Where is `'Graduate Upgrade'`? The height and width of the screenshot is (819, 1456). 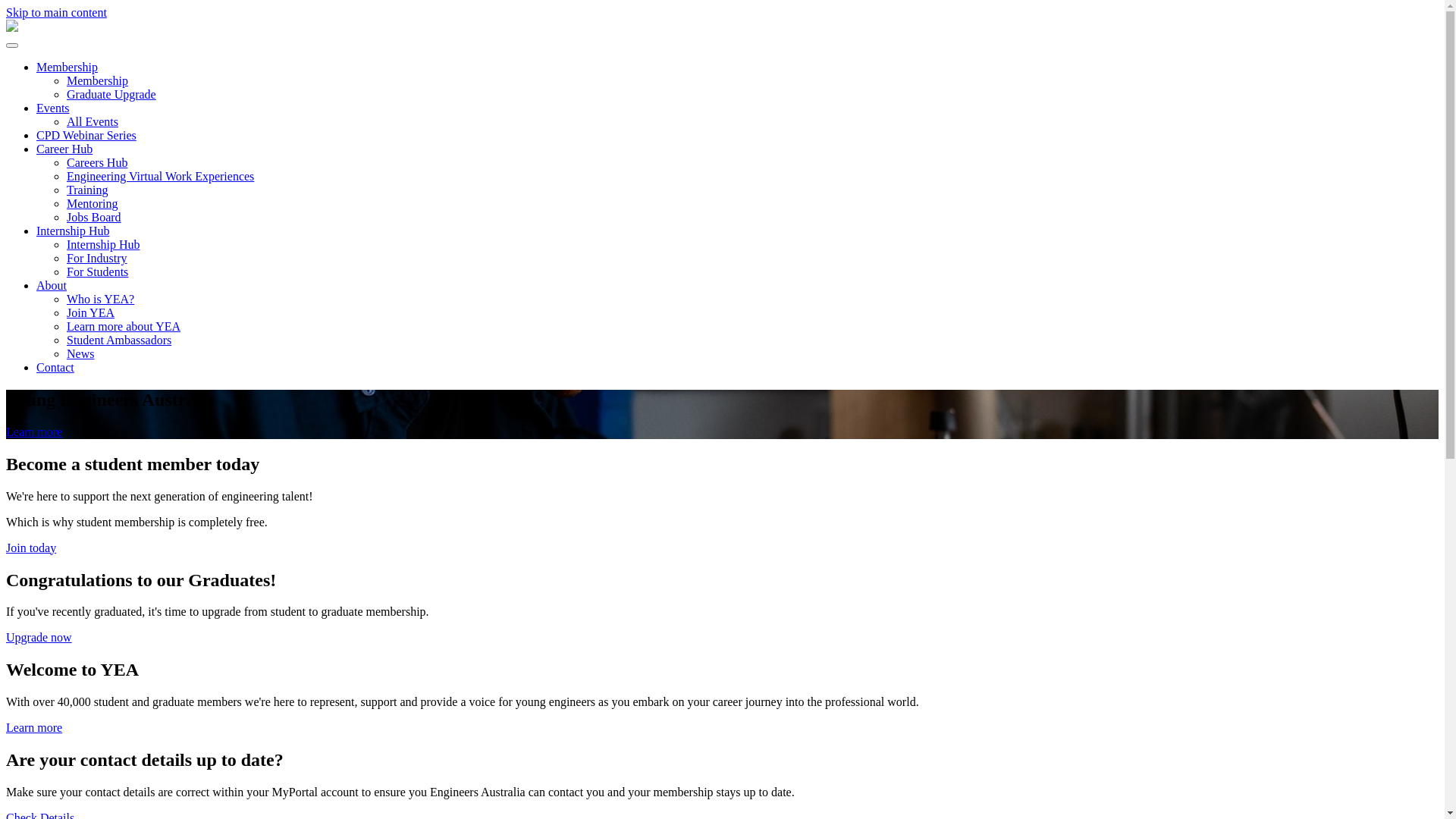 'Graduate Upgrade' is located at coordinates (111, 94).